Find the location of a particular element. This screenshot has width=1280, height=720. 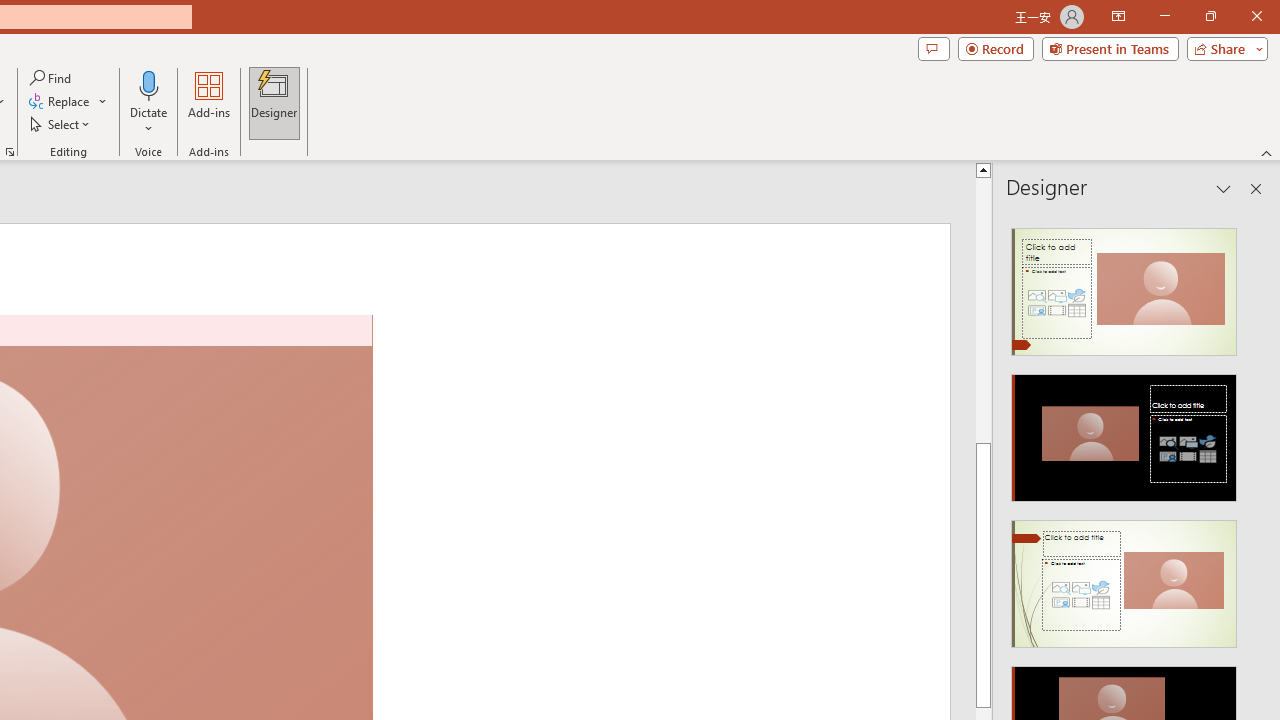

'Close' is located at coordinates (1255, 16).